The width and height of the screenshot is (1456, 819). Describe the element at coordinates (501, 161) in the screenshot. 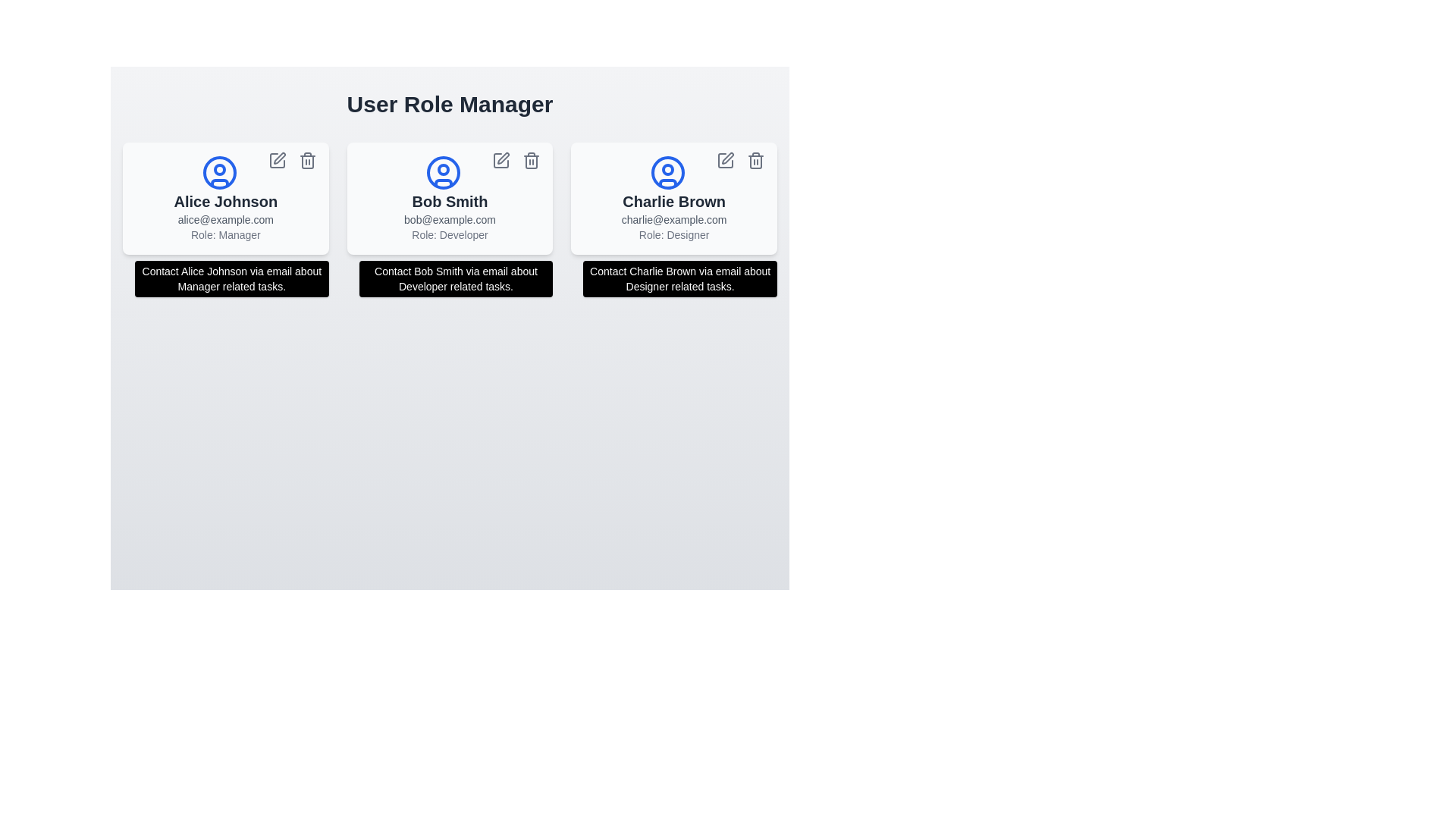

I see `the edit button icon located in the top-right region of the card labeled 'Bob Smith'` at that location.